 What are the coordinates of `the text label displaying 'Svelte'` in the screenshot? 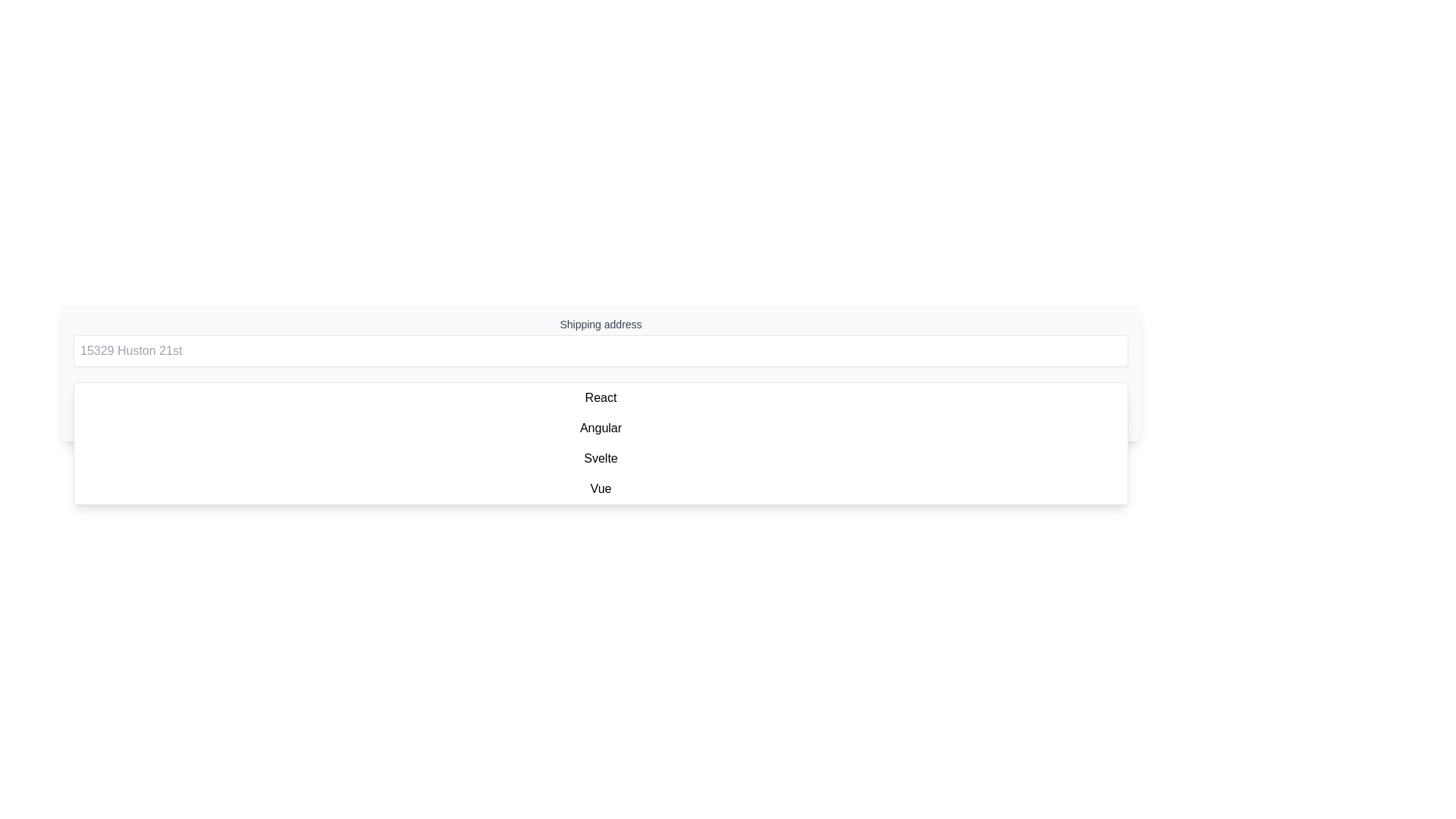 It's located at (600, 458).